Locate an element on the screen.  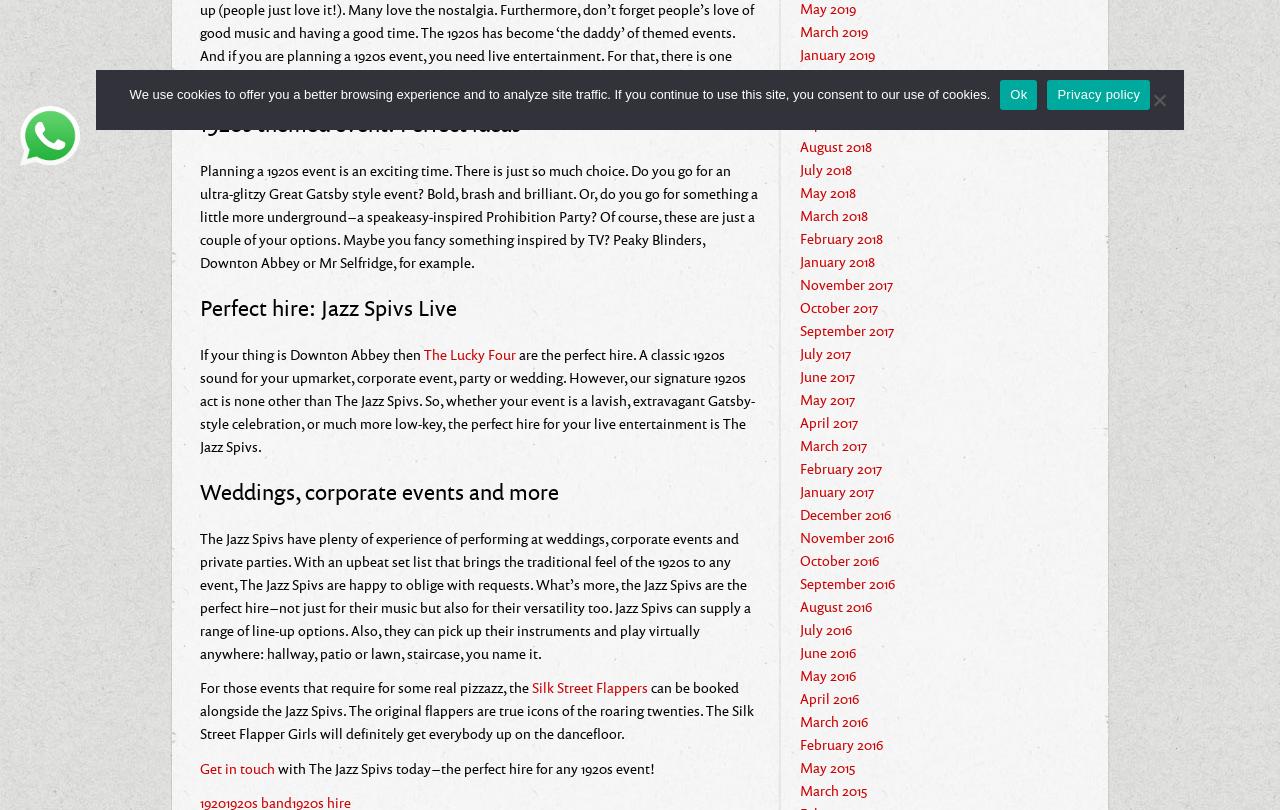
'with The Jazz Spivs today – the perfect hire for any 1920s event!' is located at coordinates (464, 766).